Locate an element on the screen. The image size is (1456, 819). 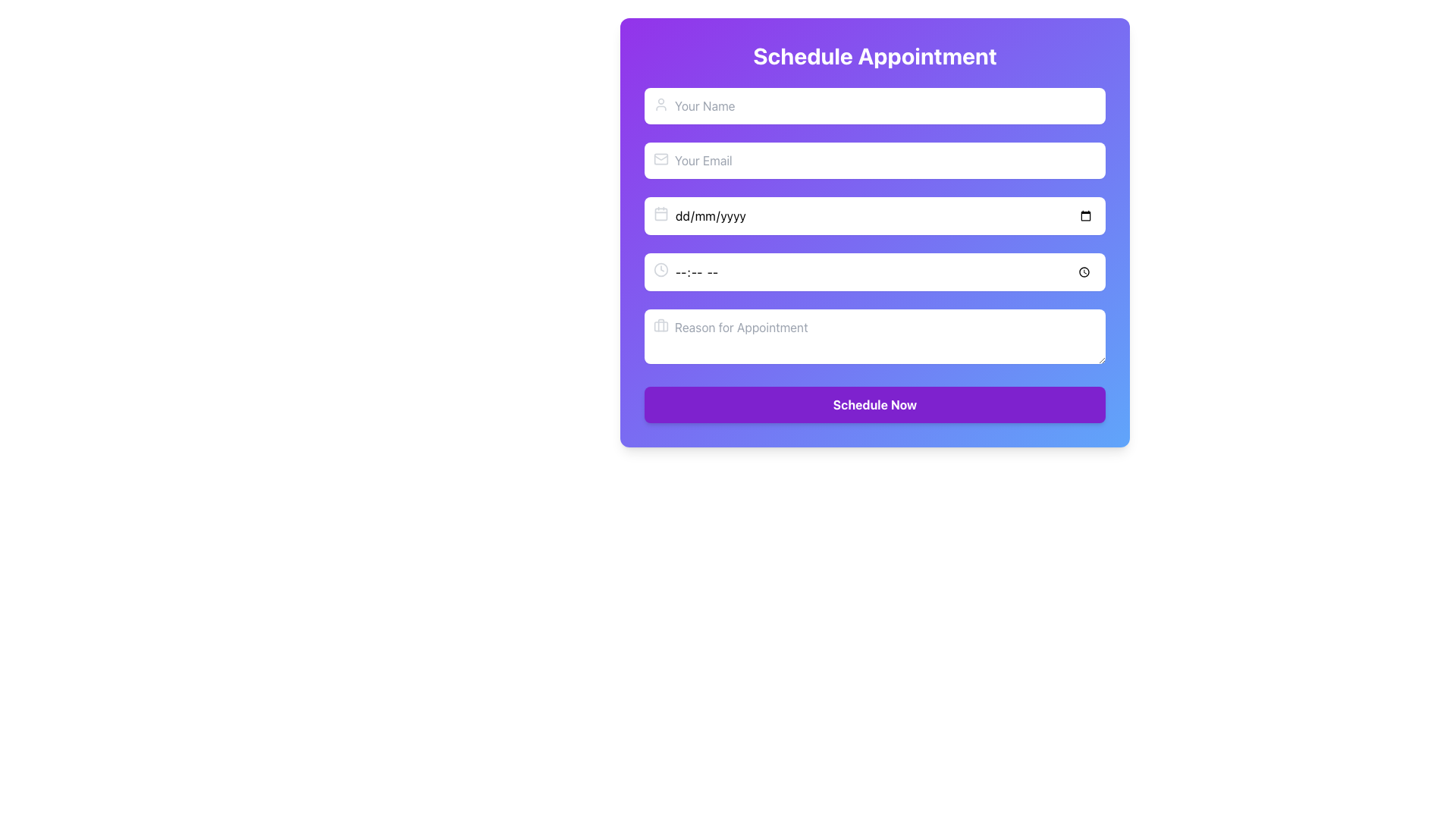
the small gray envelope icon, which is located on the left side of the 'Your Email' text input field as a visual cue is located at coordinates (661, 158).